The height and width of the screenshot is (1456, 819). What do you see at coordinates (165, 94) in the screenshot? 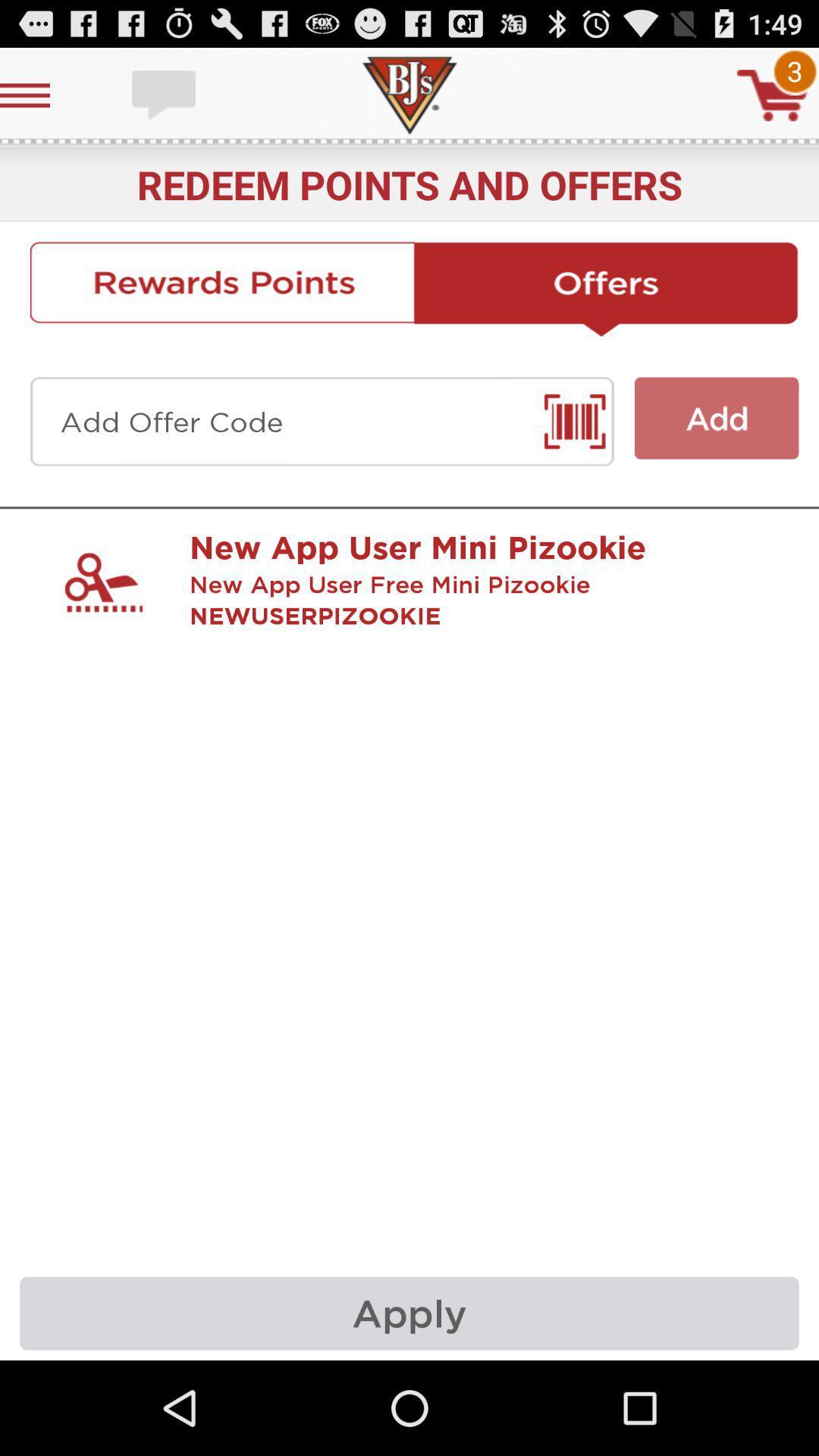
I see `chats` at bounding box center [165, 94].